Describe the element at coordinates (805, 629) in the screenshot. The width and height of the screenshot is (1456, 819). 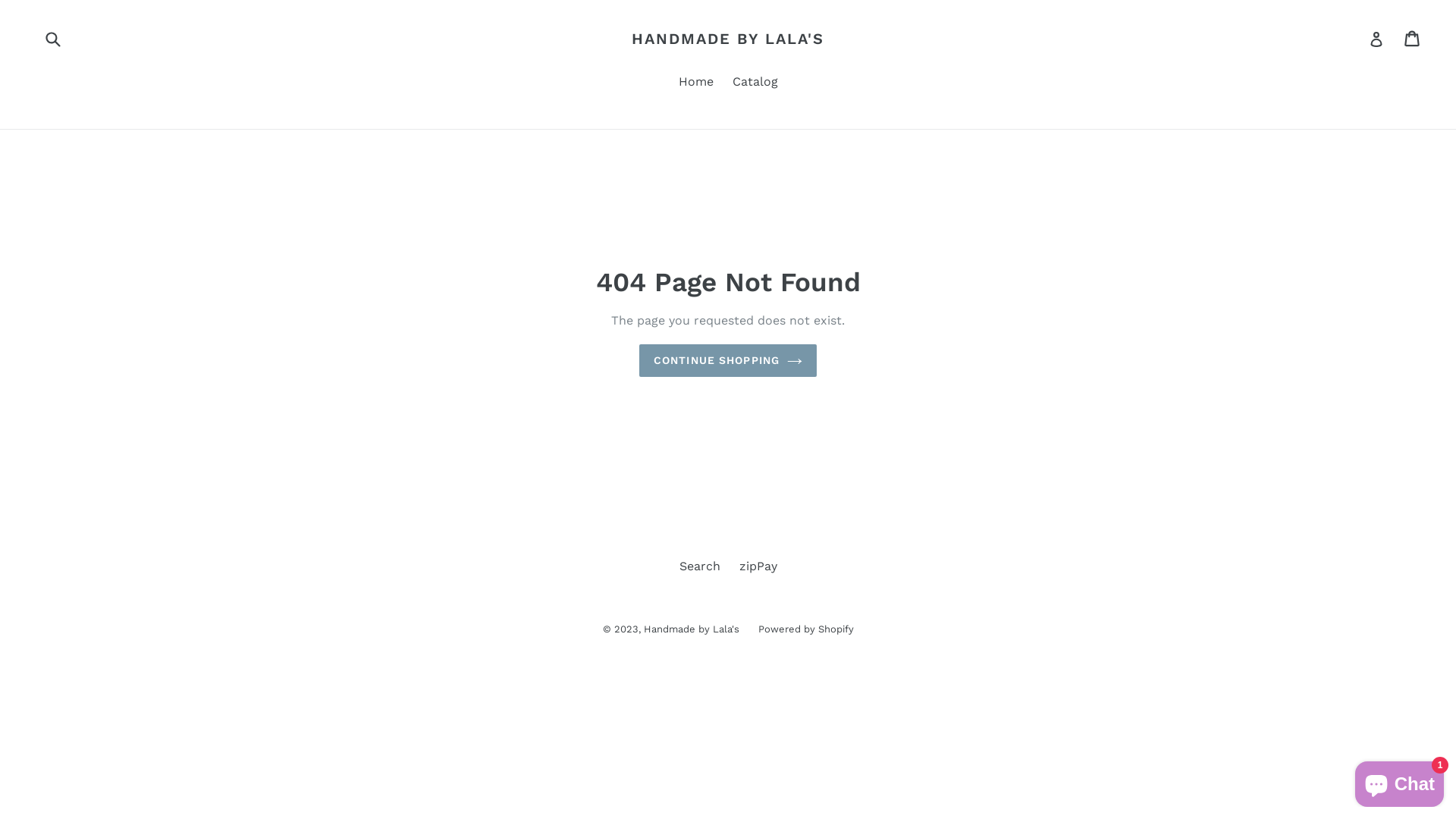
I see `'Powered by Shopify'` at that location.